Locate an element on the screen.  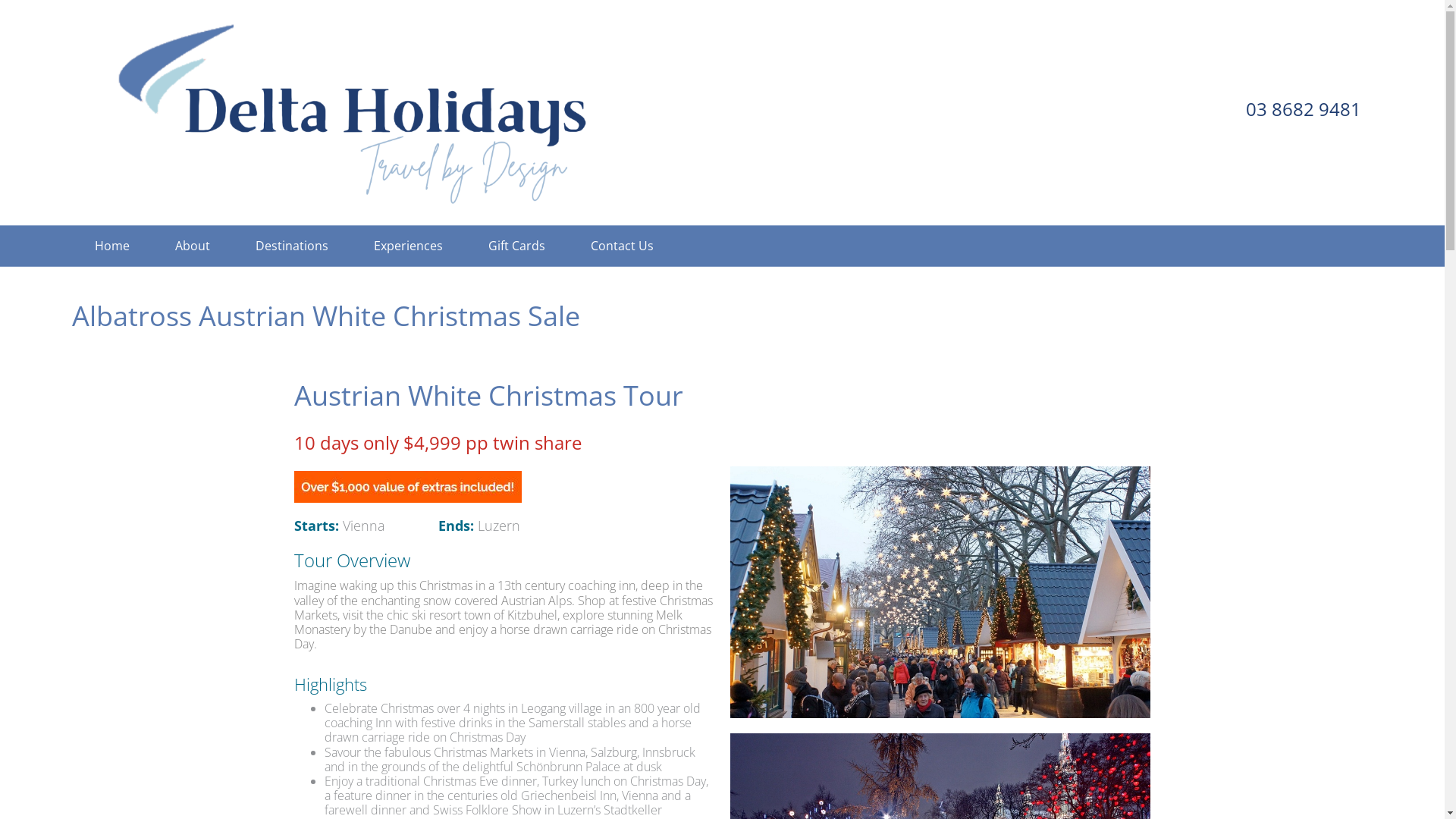
'03 8682 9481' is located at coordinates (1302, 108).